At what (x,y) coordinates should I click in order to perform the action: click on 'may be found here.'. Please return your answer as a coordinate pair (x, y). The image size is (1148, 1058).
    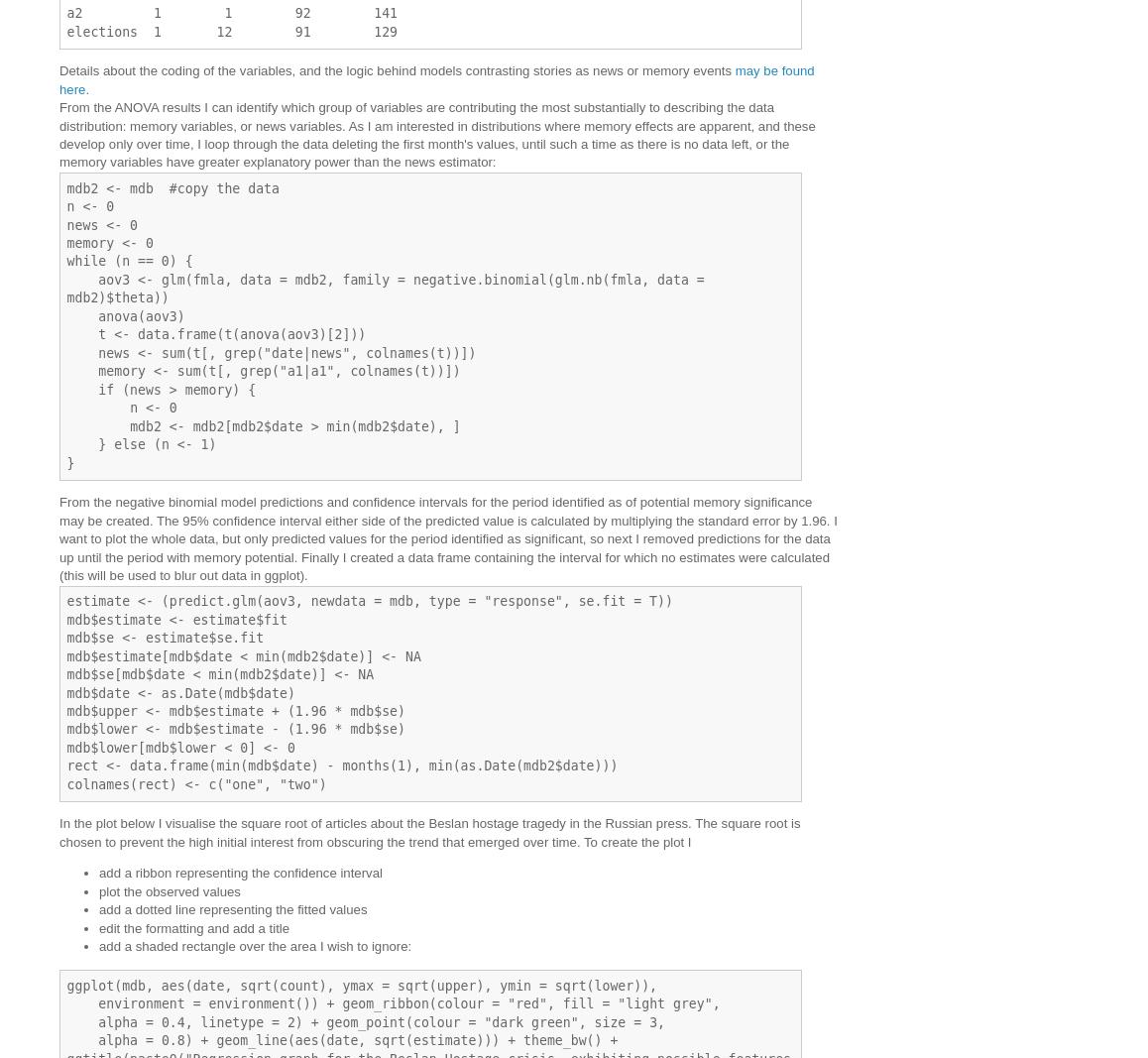
    Looking at the image, I should click on (436, 78).